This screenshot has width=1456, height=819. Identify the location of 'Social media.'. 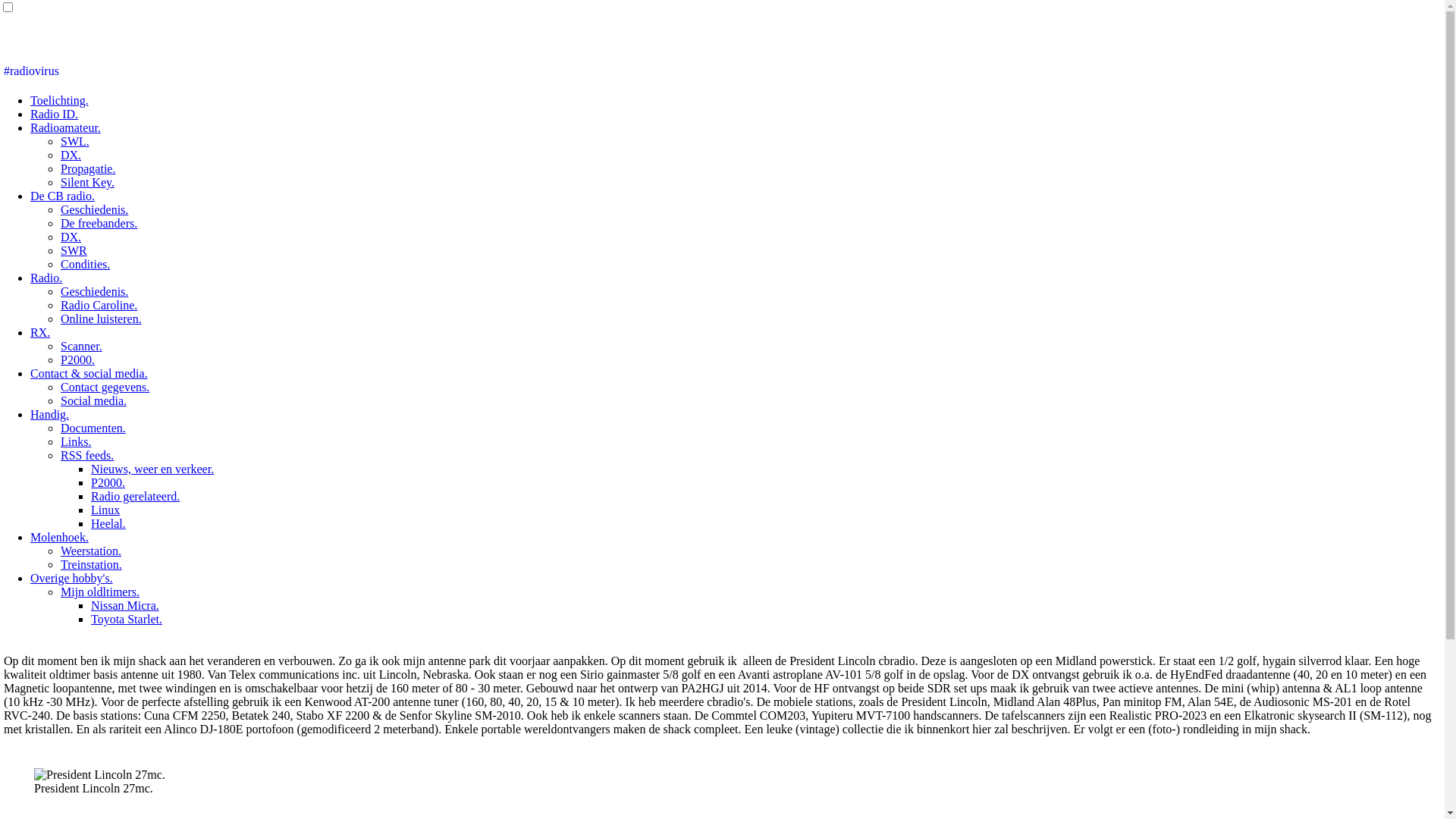
(93, 400).